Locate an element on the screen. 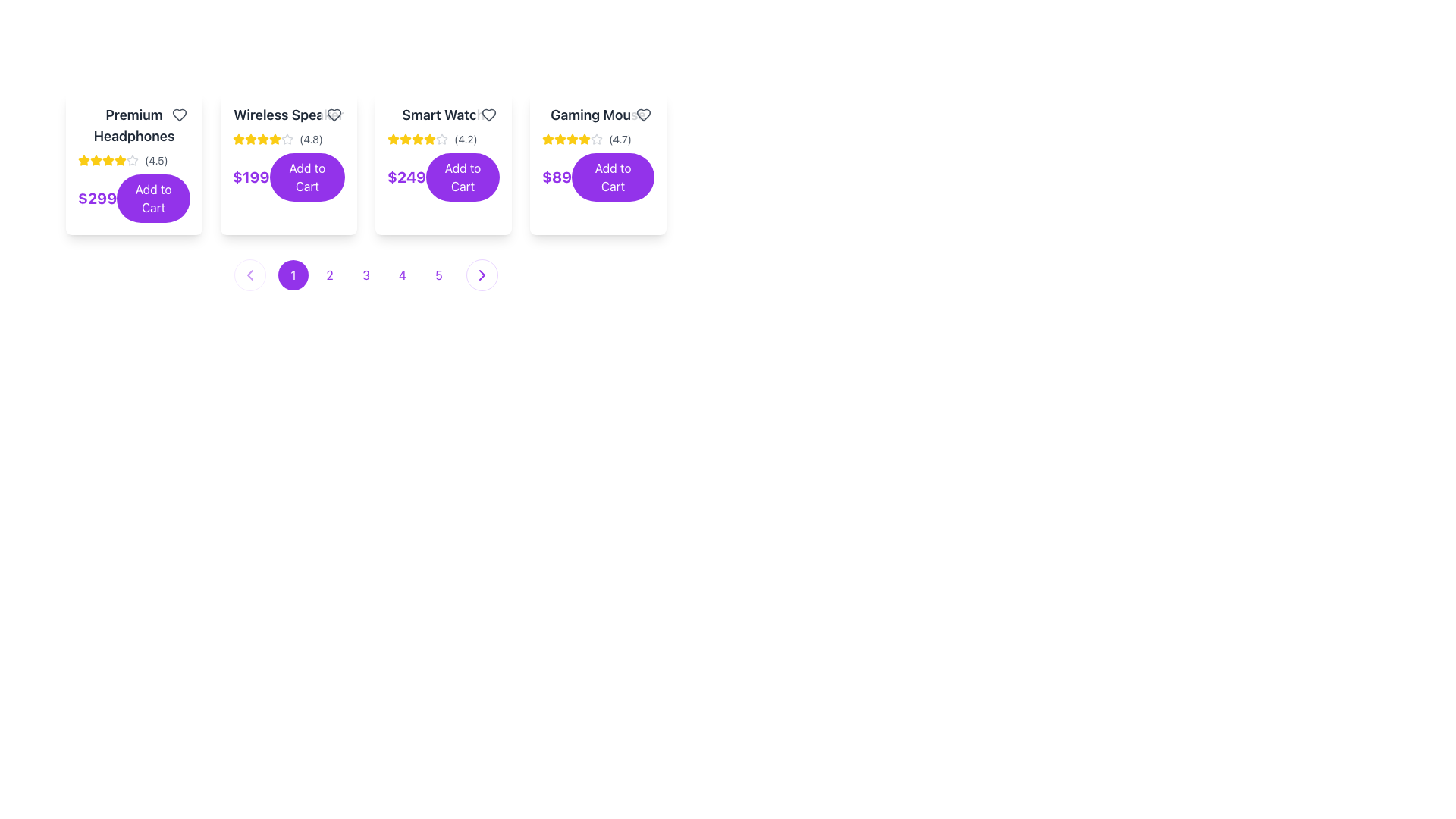 The height and width of the screenshot is (819, 1456). the Rating indicator for the 'Wireless Speaker' product, which visually represents a rating out of 5 stars, located below the product name and next to the numerical average rating of 4.8 stars is located at coordinates (275, 139).